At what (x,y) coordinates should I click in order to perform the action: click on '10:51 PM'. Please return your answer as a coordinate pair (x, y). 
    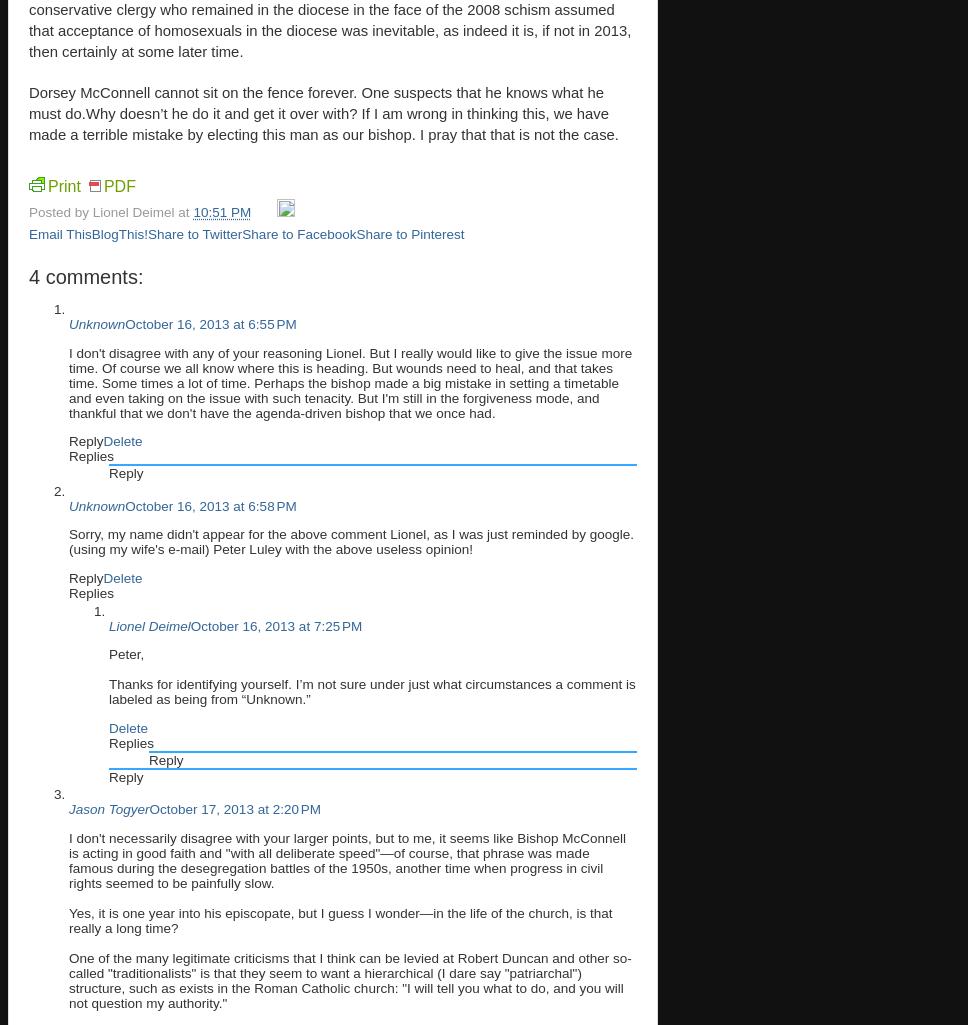
    Looking at the image, I should click on (220, 212).